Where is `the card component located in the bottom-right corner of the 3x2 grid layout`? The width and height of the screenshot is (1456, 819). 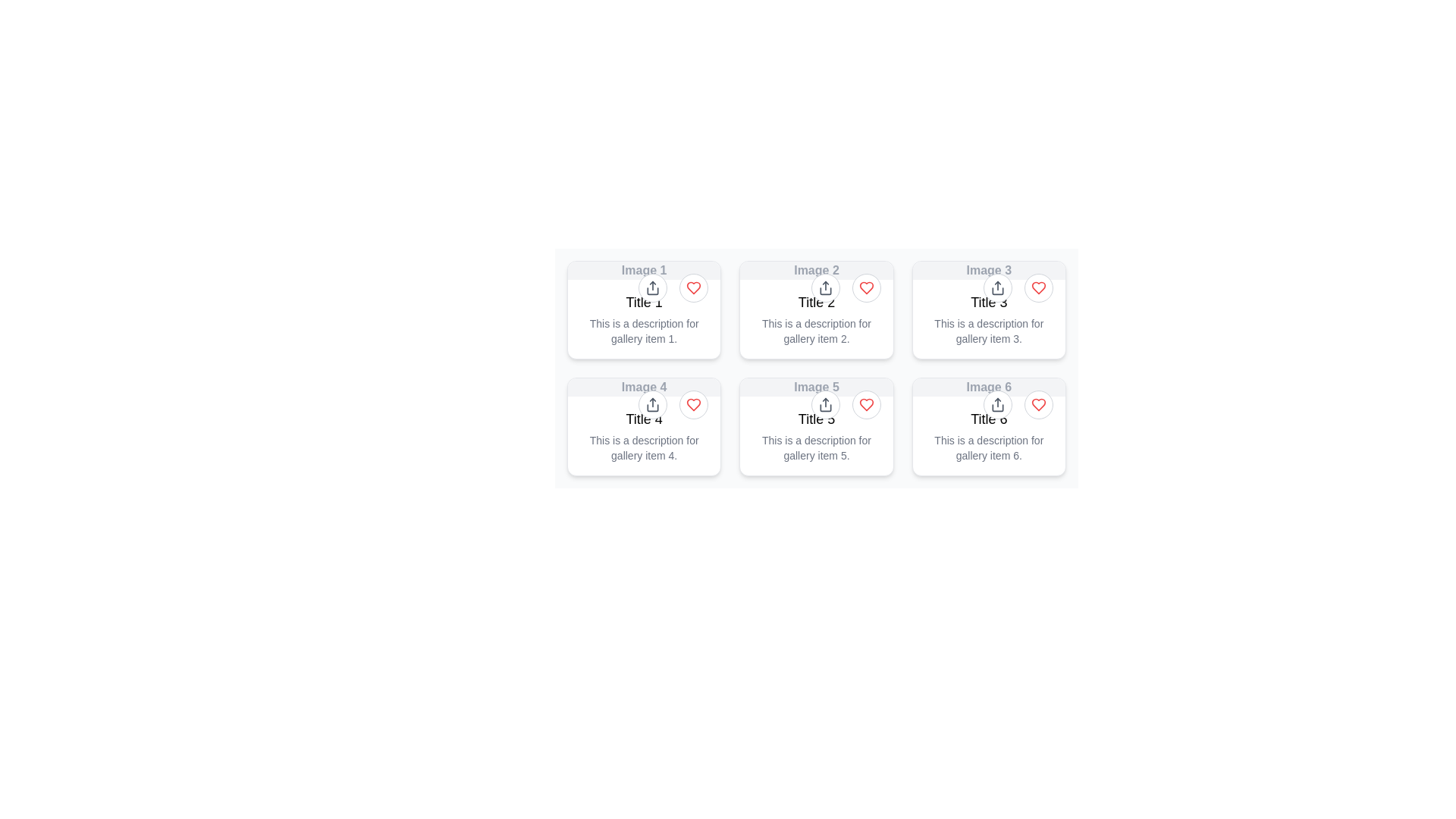
the card component located in the bottom-right corner of the 3x2 grid layout is located at coordinates (989, 427).